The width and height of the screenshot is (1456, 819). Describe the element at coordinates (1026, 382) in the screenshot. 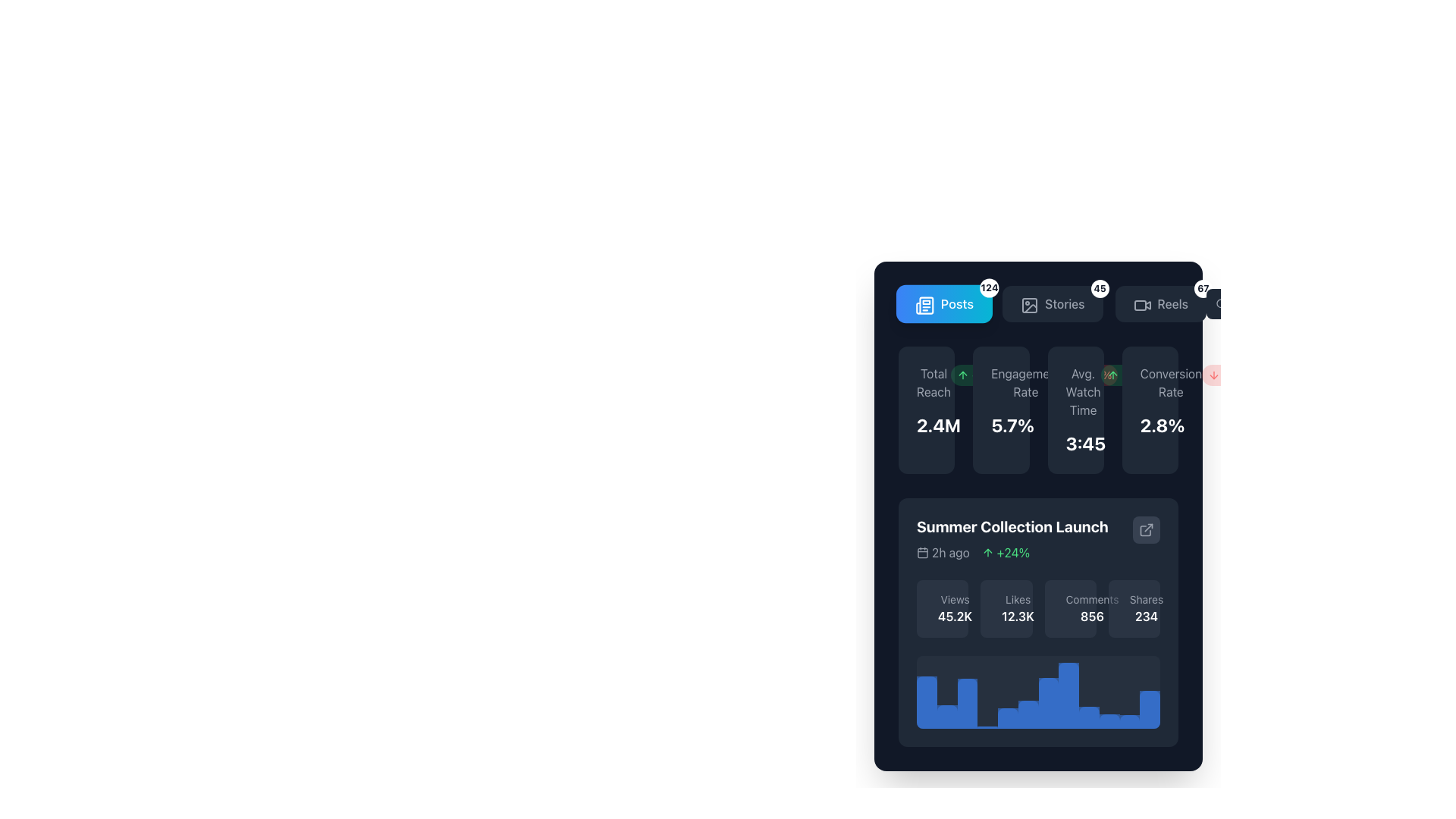

I see `the label text that describes the engagement rate, which is positioned in the second column of the grid layout above the numeric metric of '5.7%'` at that location.